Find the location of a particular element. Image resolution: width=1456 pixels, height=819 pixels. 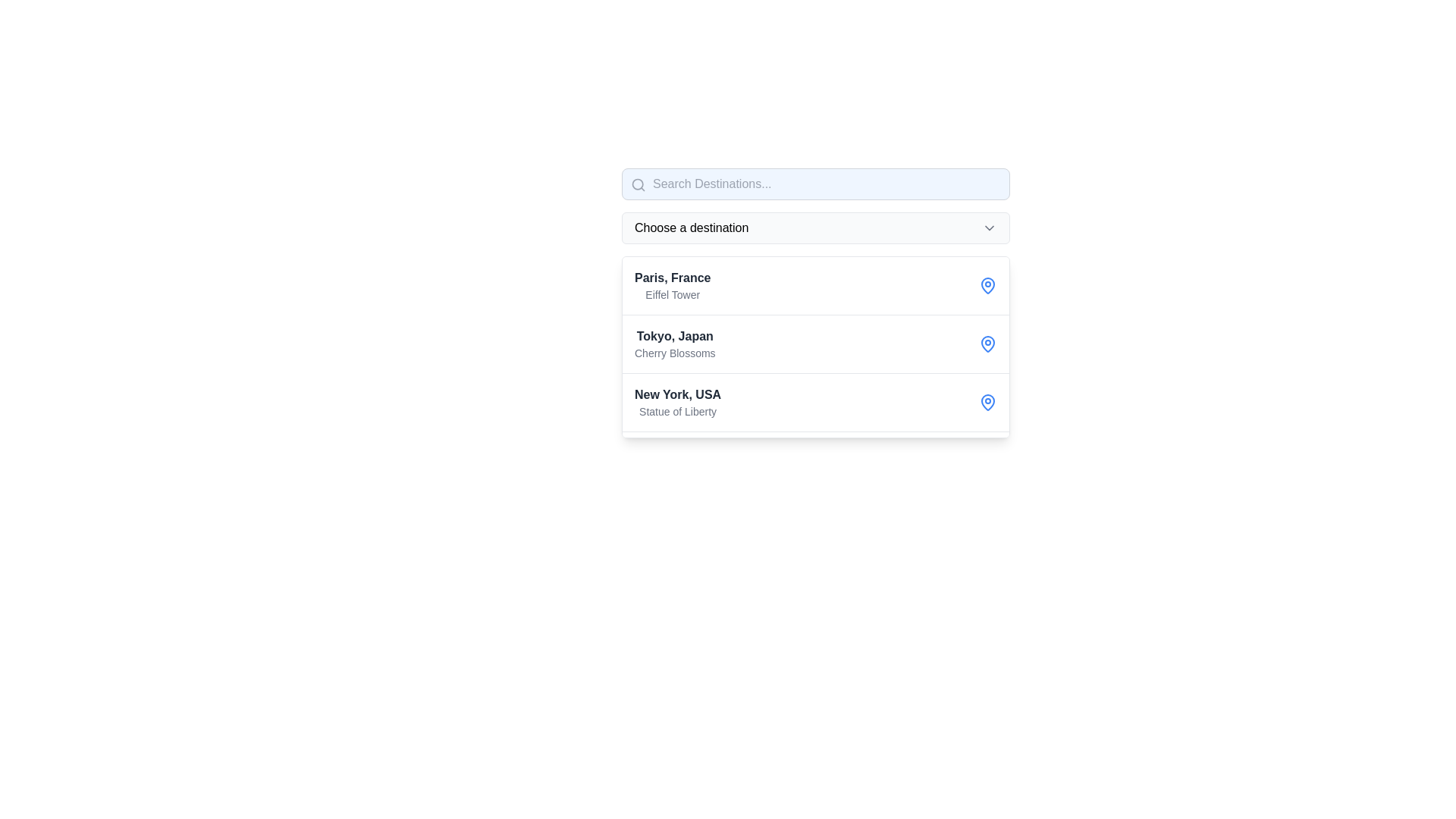

the bold text label reading 'Tokyo, Japan', which is styled in dark gray and positioned at the top of its group in the list of destinations is located at coordinates (674, 335).